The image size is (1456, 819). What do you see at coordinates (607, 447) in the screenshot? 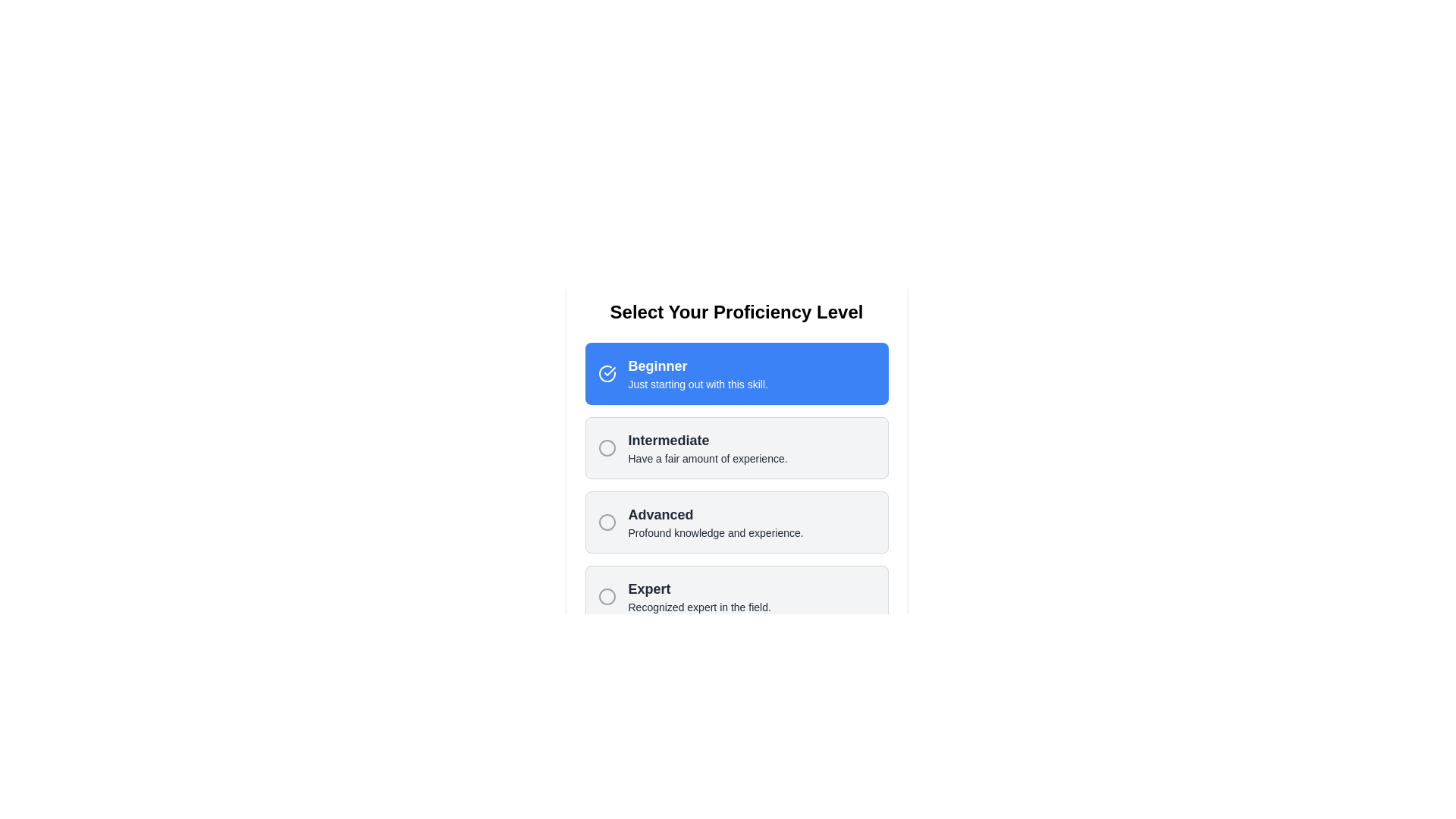
I see `the circular icon with a hollow center and a delicate gray outline located in the 'Intermediate' section of the proficiency levels list` at bounding box center [607, 447].